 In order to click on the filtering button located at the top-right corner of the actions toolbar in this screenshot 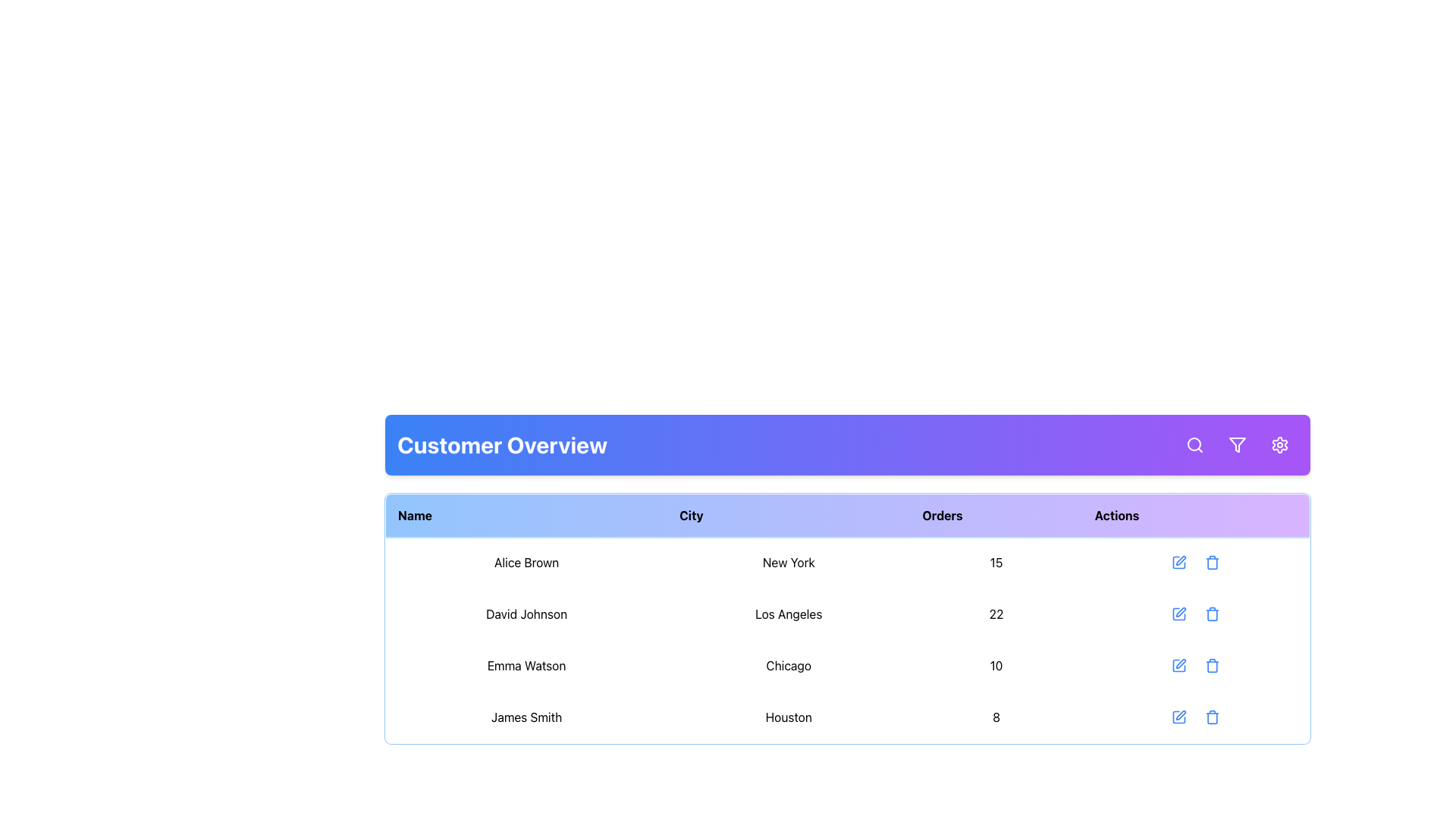, I will do `click(1238, 444)`.